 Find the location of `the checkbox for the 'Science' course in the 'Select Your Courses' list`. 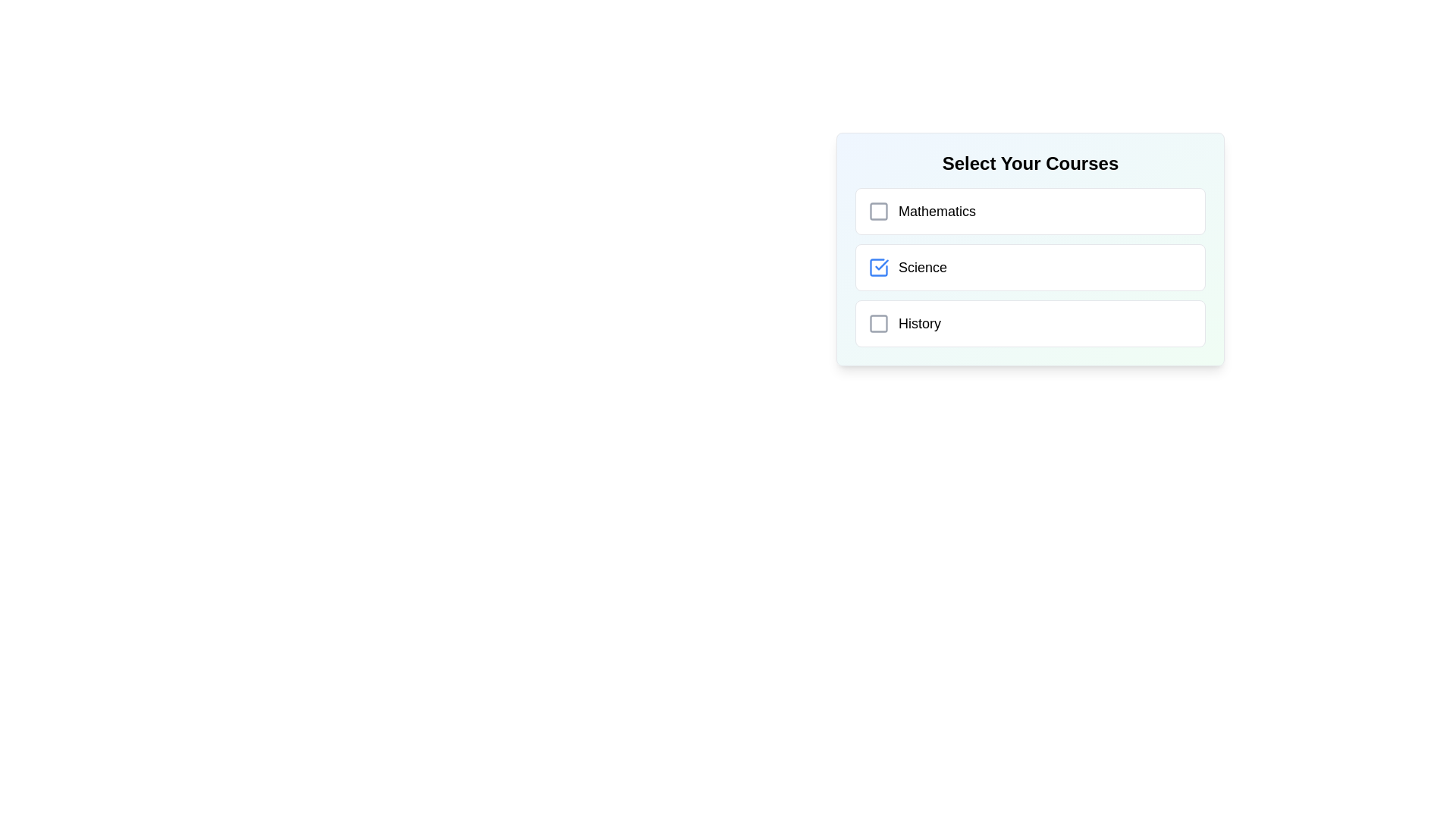

the checkbox for the 'Science' course in the 'Select Your Courses' list is located at coordinates (878, 267).